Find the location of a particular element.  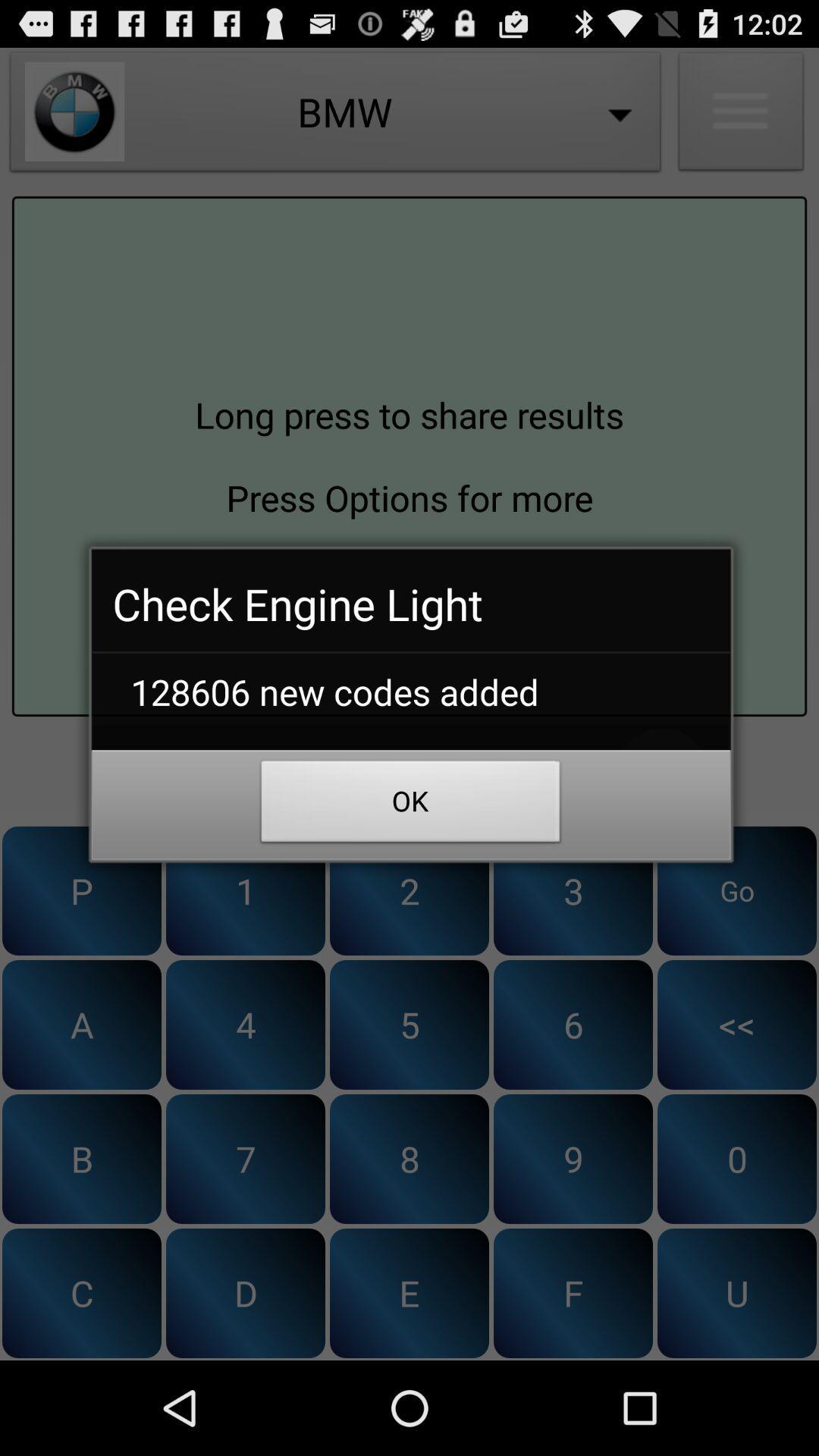

main menu is located at coordinates (740, 115).